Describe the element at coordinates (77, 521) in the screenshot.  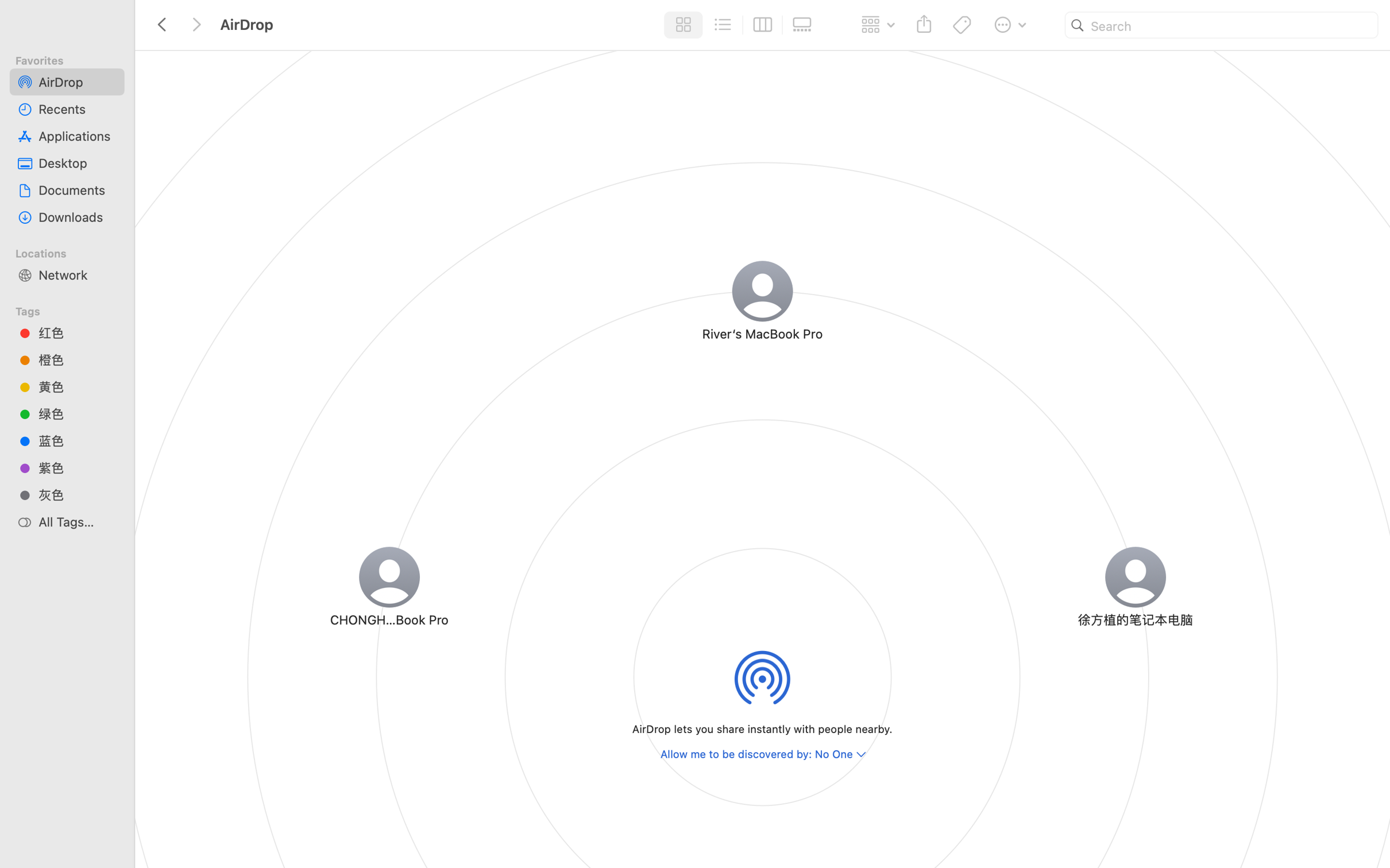
I see `'All Tags…'` at that location.